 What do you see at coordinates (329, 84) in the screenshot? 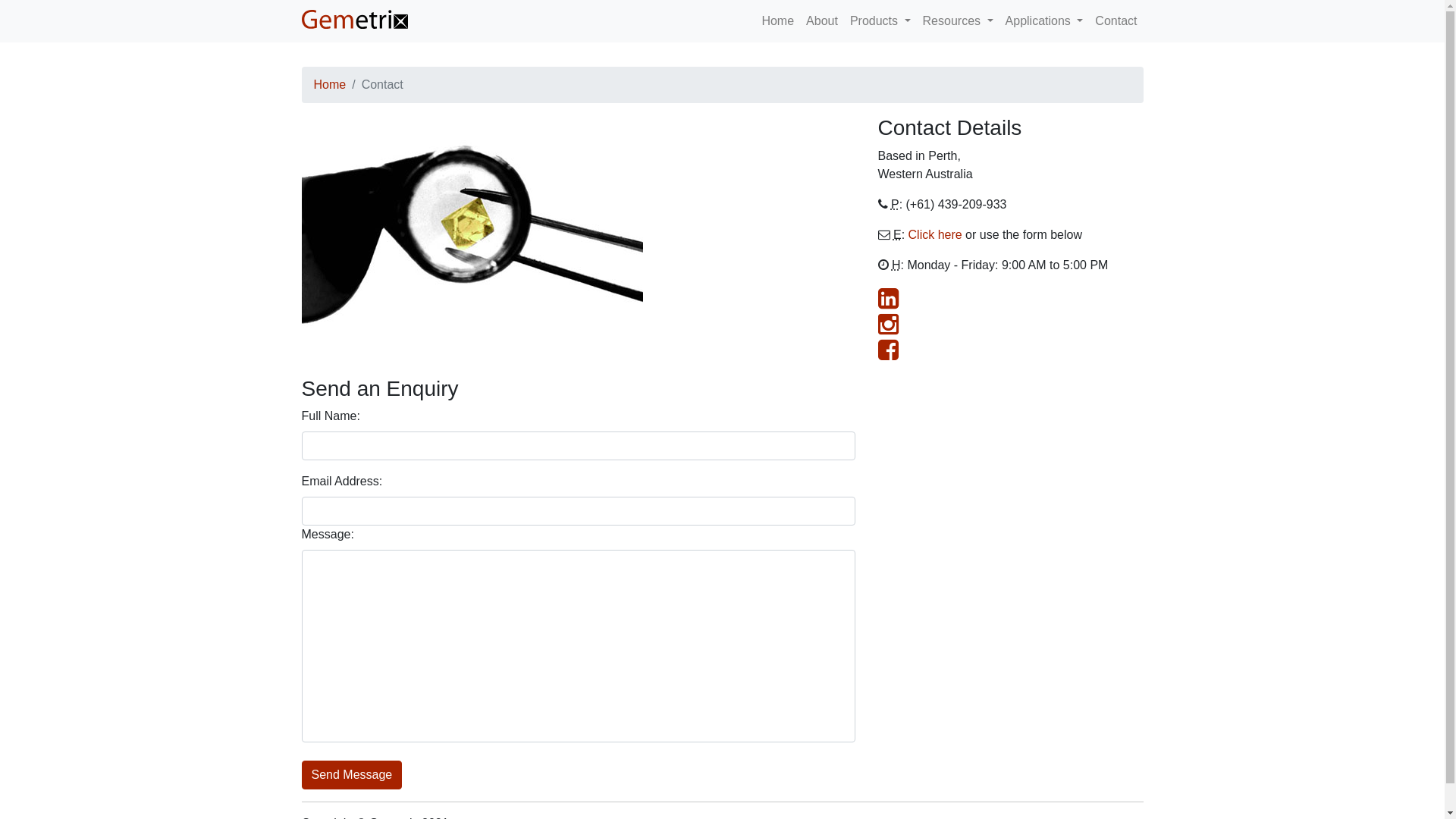
I see `'Home'` at bounding box center [329, 84].